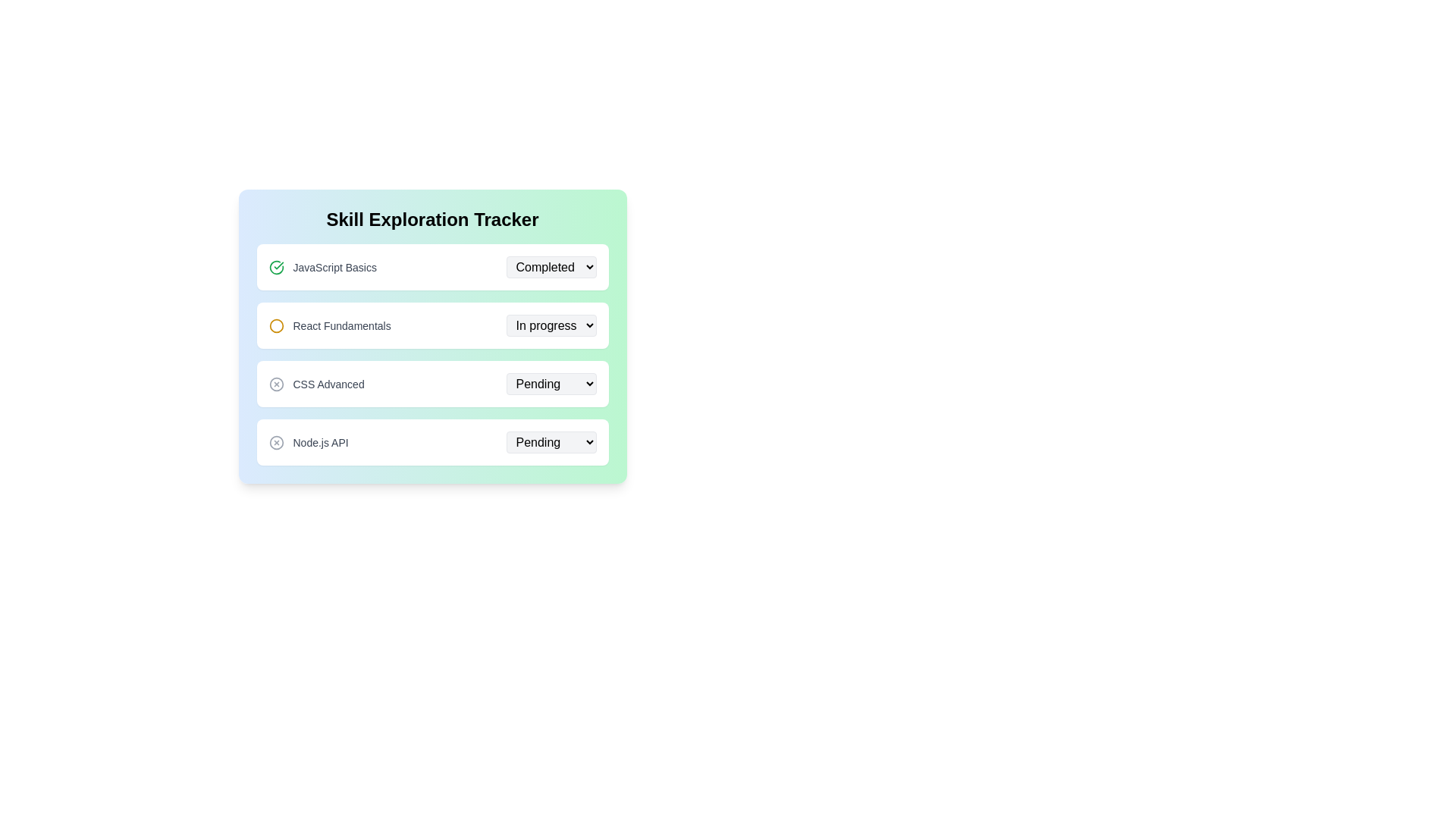  Describe the element at coordinates (308, 442) in the screenshot. I see `the text label that serves as the title for the fourth item in the list, which is located to the left of the 'Pending' dropdown and below 'CSS Advanced.'` at that location.